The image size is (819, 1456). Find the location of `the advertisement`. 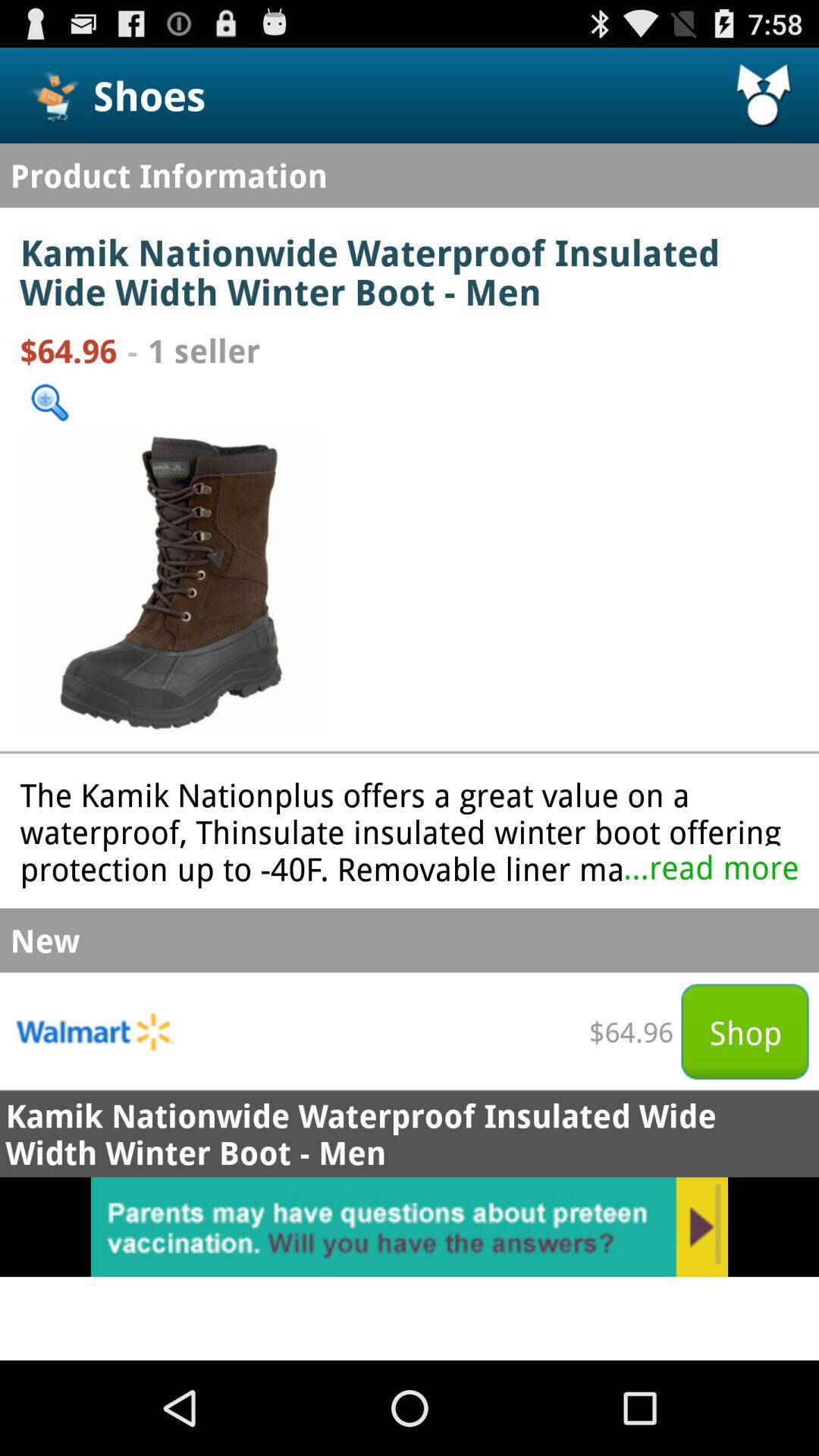

the advertisement is located at coordinates (409, 1227).